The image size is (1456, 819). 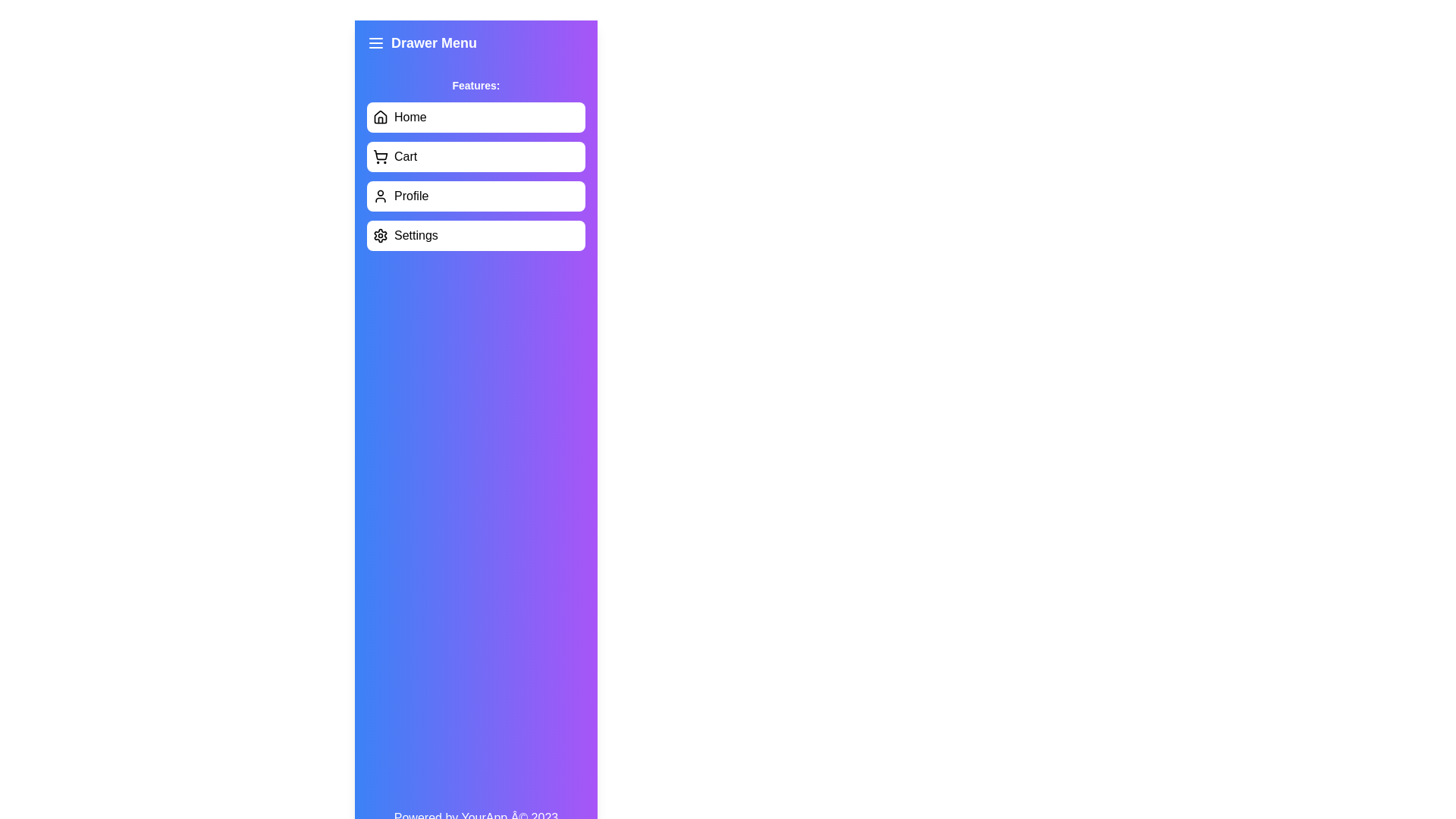 I want to click on the 'Settings' icon located at the left of the 'Settings' menu item to enhance user recognition and navigability, so click(x=381, y=236).